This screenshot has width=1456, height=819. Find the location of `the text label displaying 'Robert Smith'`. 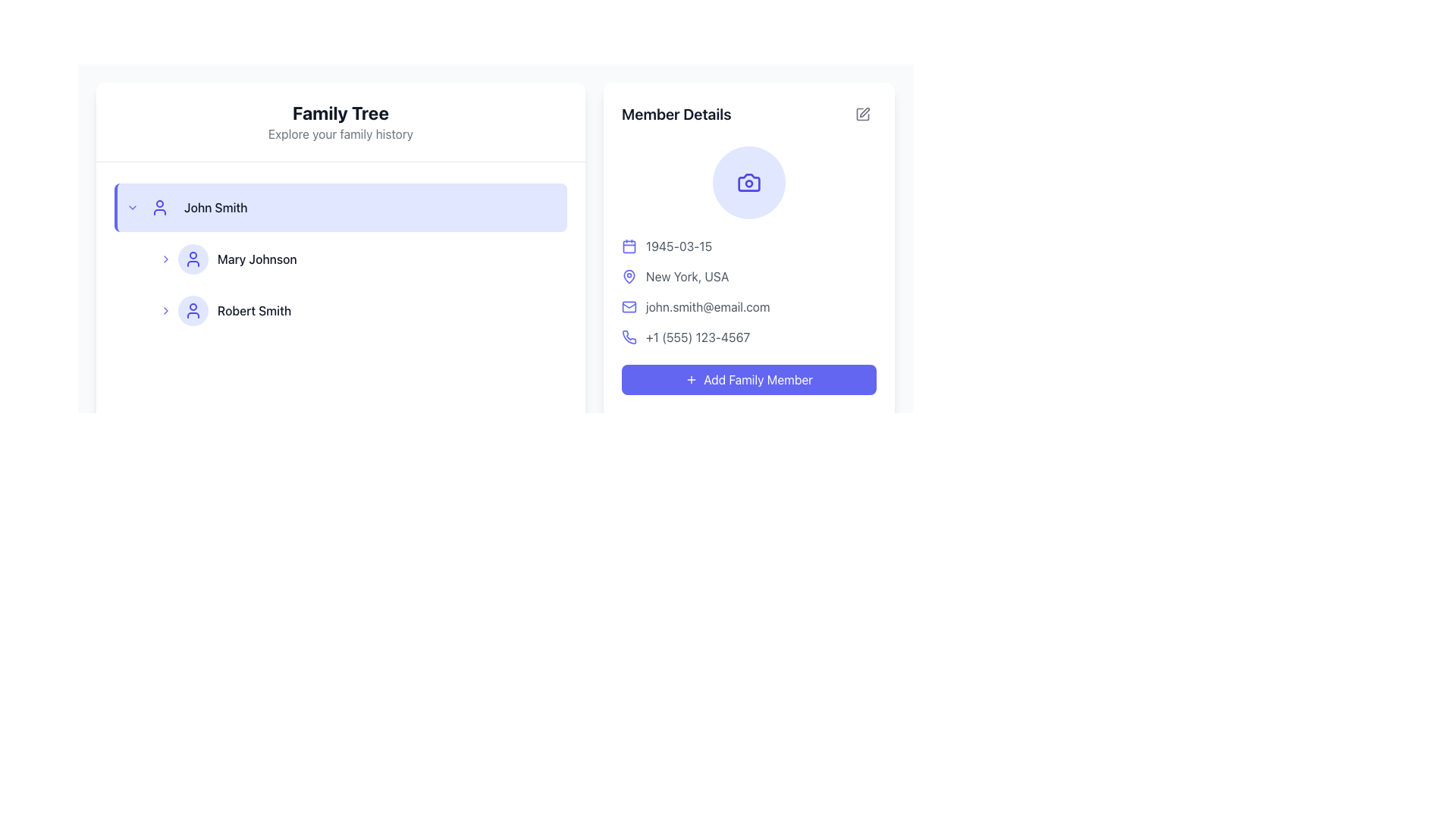

the text label displaying 'Robert Smith' is located at coordinates (254, 309).